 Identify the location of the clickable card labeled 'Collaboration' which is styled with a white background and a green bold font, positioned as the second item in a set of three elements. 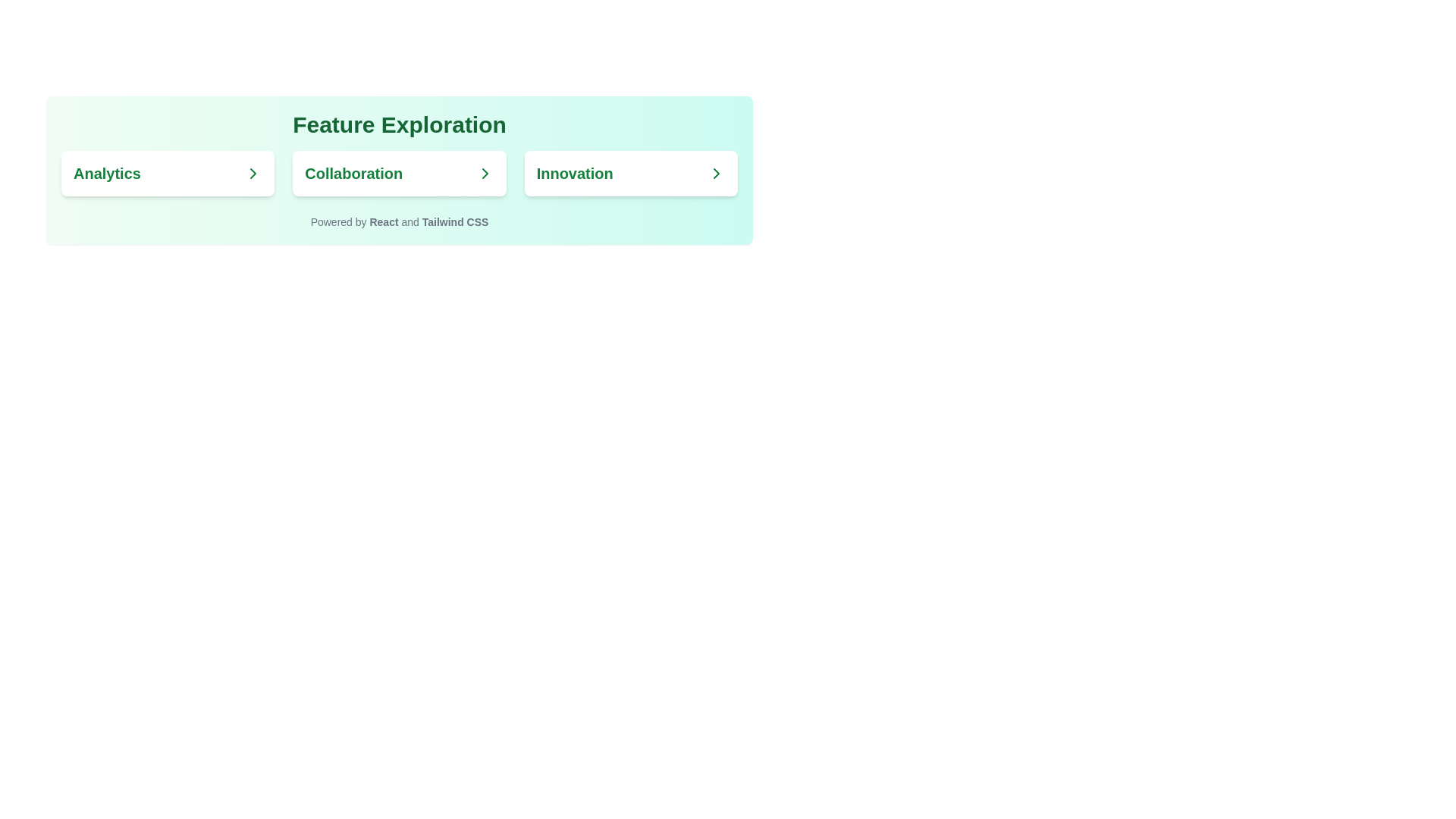
(400, 172).